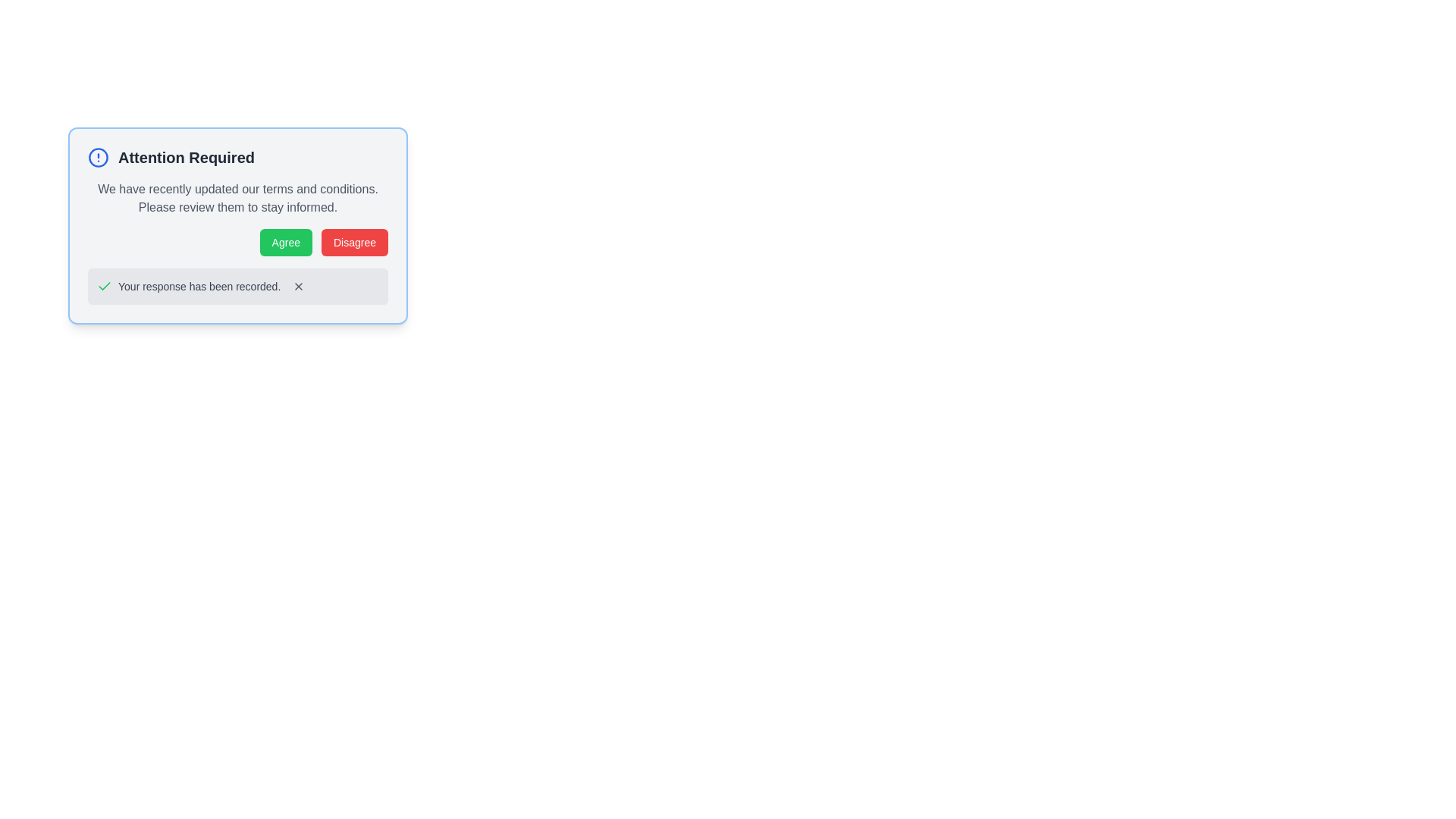  What do you see at coordinates (185, 158) in the screenshot?
I see `text displayed in the Label/Text Display located to the right of the icon at the top center of the modal section` at bounding box center [185, 158].